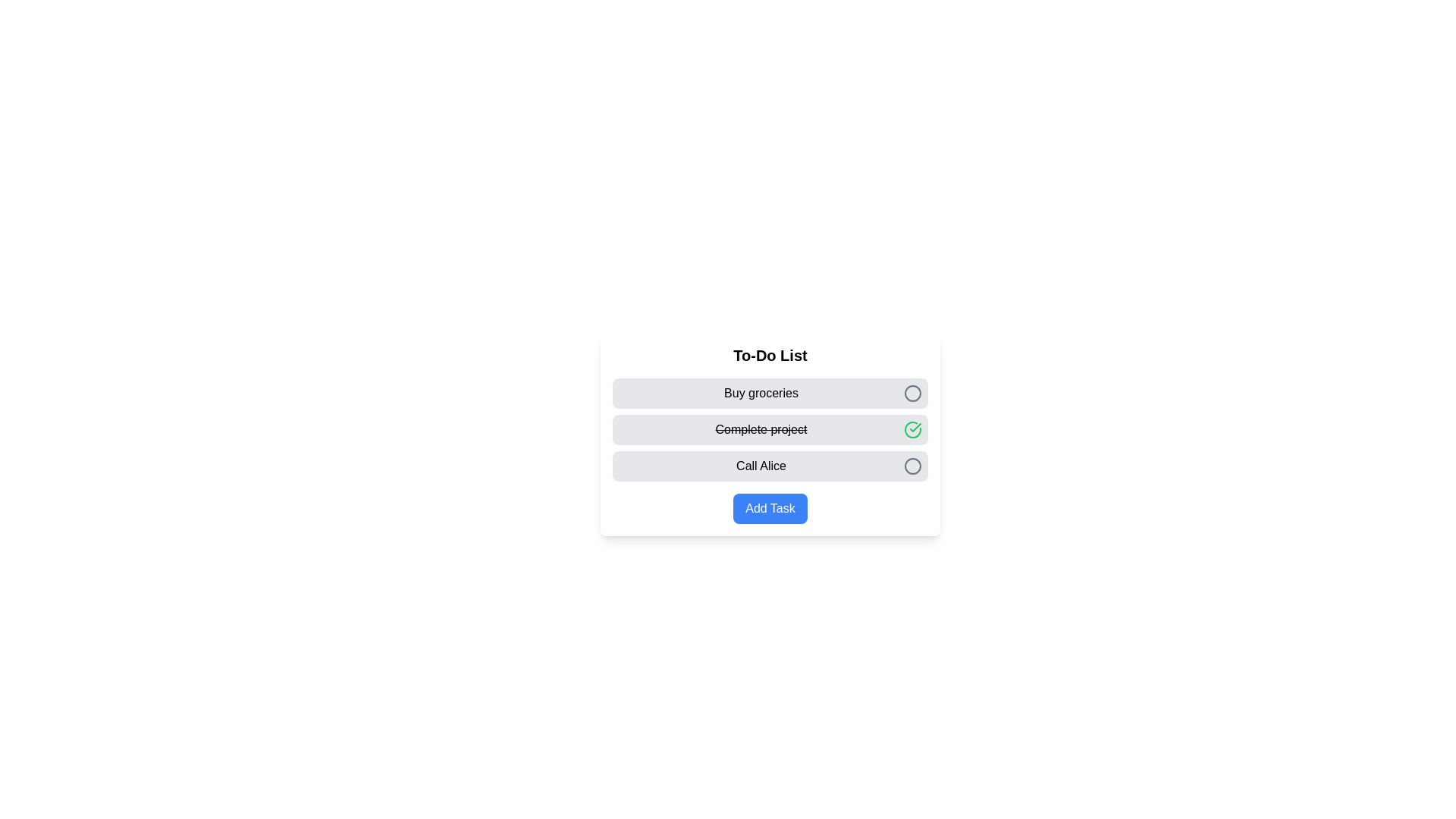 The height and width of the screenshot is (819, 1456). I want to click on the completed task text label 'Complete project' in the to-do list, which is styled with a strikethrough to indicate it has been marked as completed, so click(761, 430).